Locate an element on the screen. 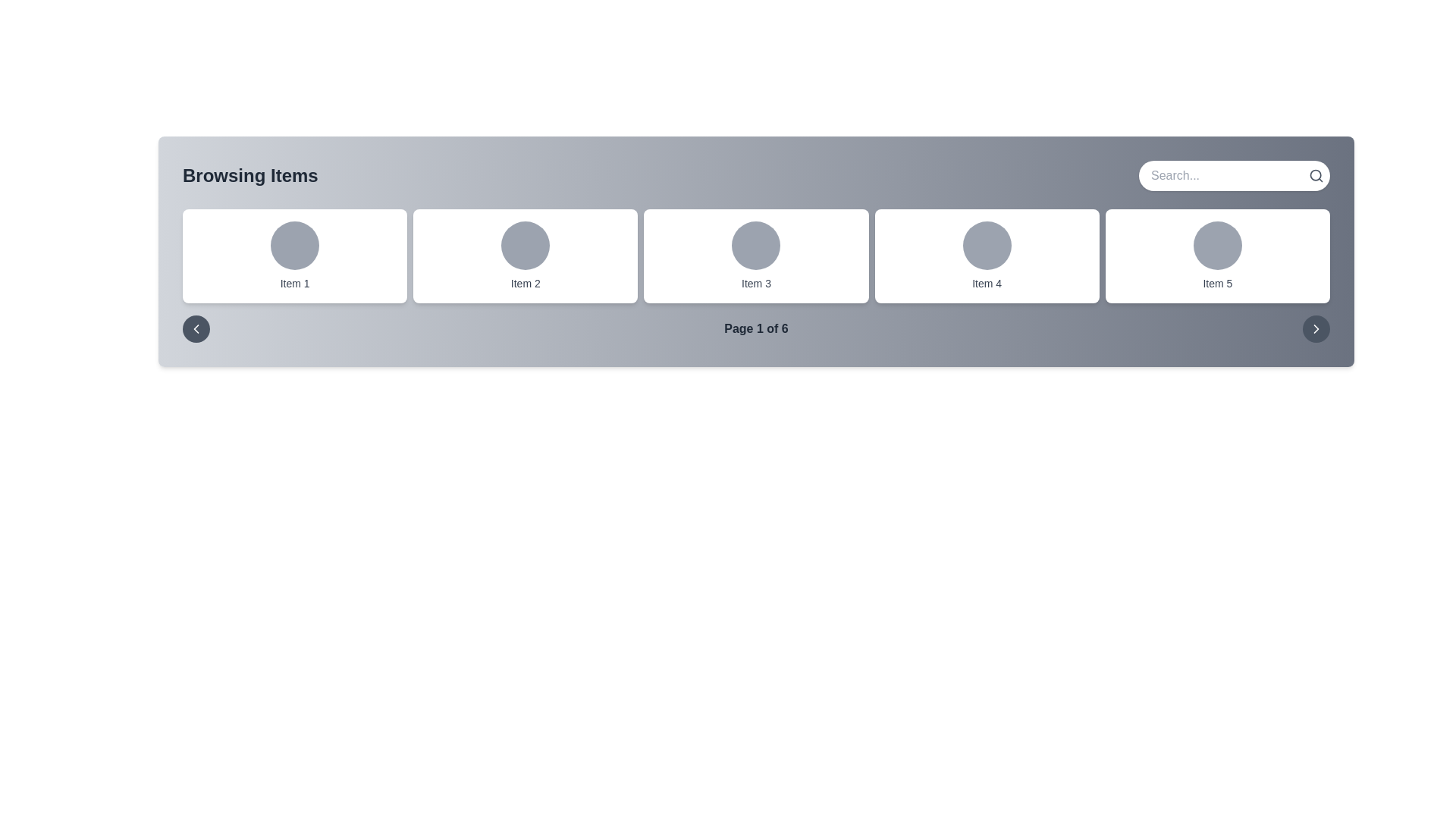 This screenshot has height=819, width=1456. the chevron icon on the far right of the interface is located at coordinates (1316, 328).